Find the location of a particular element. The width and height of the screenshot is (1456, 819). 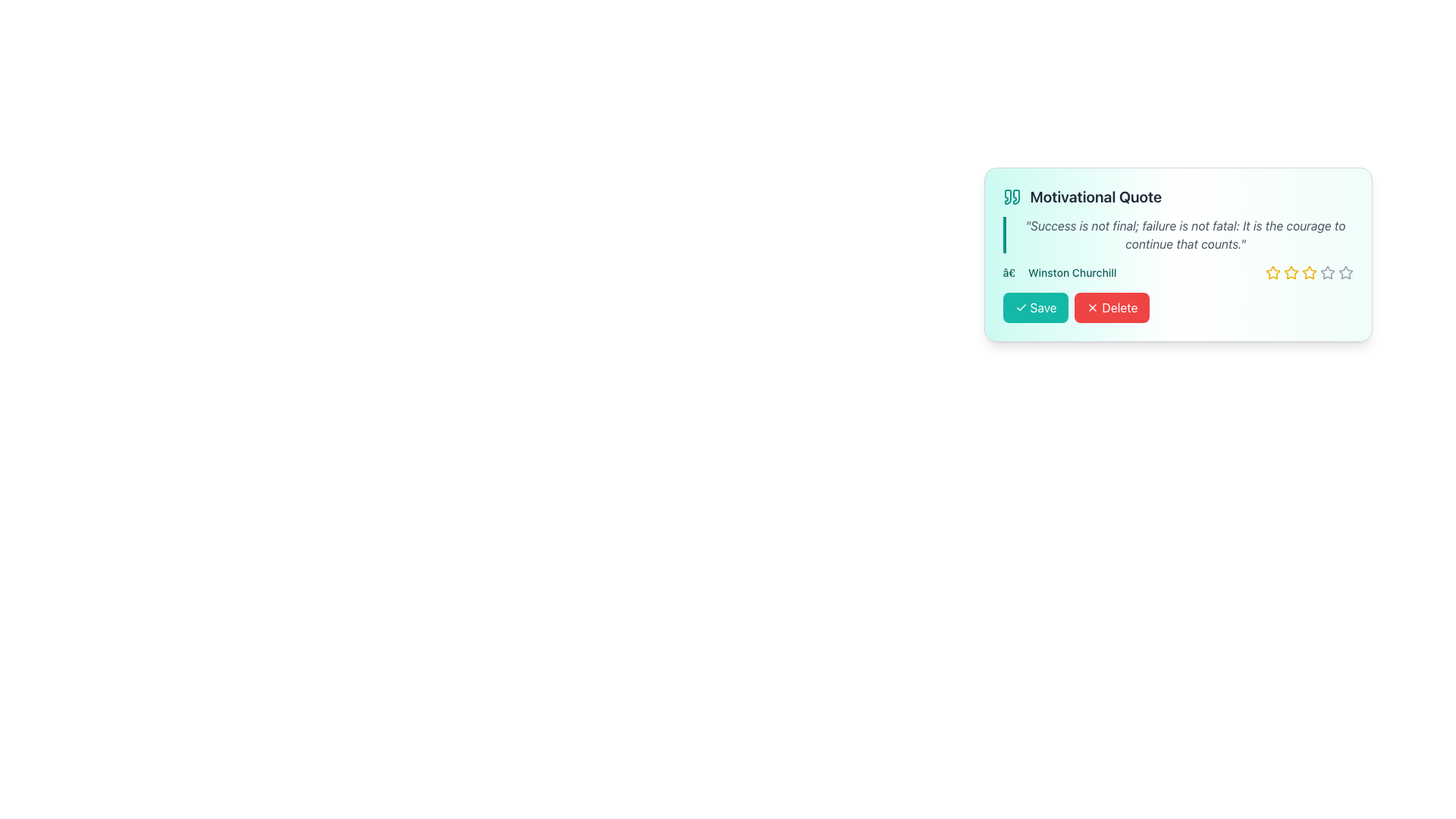

the Text Label that attributes a quote to Winston Churchill, located below the quote text and slightly to the left of a star rating component is located at coordinates (1059, 271).